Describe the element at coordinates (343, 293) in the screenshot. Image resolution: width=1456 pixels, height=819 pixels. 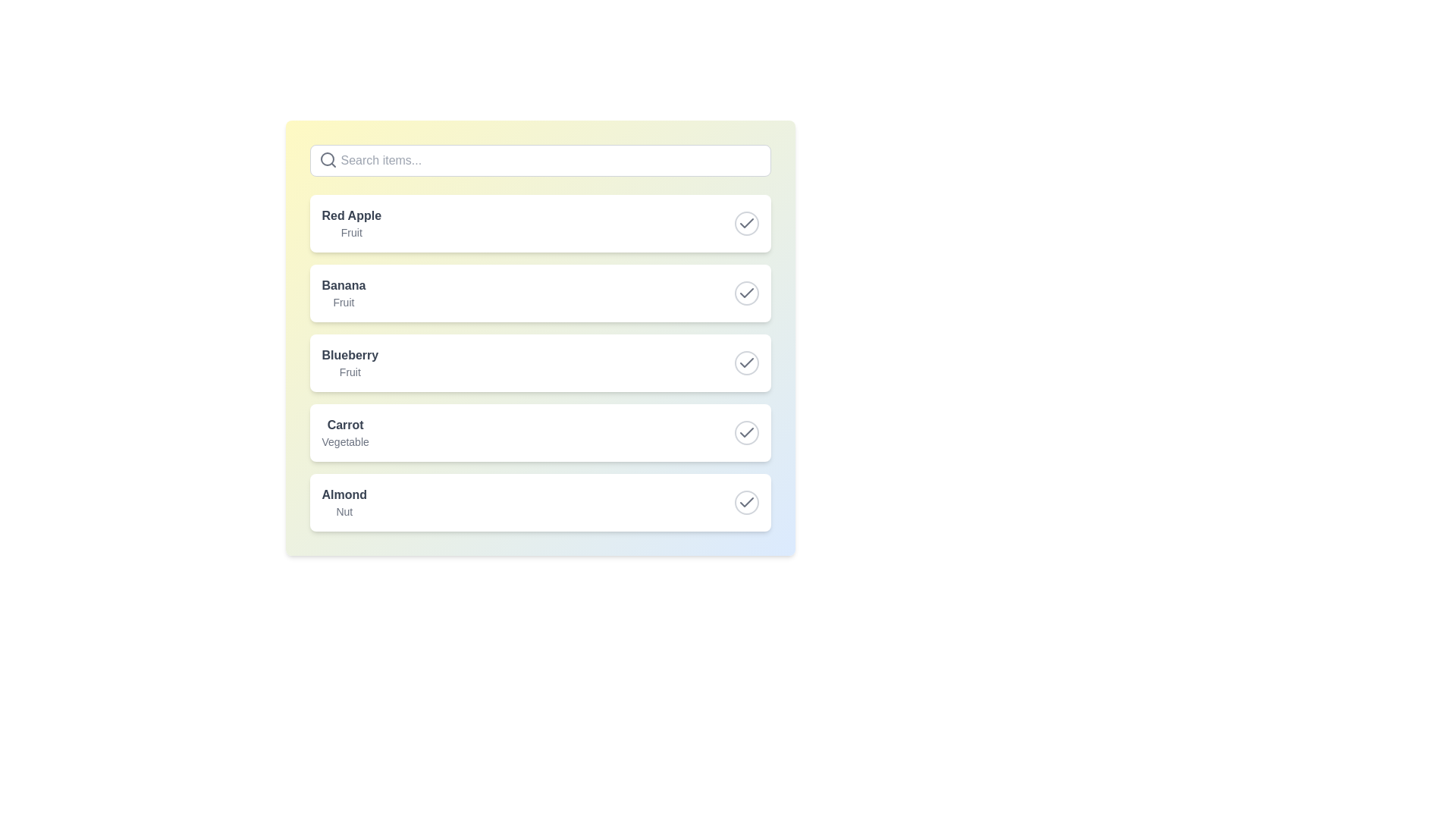
I see `the text label displaying 'Banana' in bold, dark font, which is located in the second row of a vertically stacked list, positioned below 'Red Apple' and above 'Blueberry'` at that location.